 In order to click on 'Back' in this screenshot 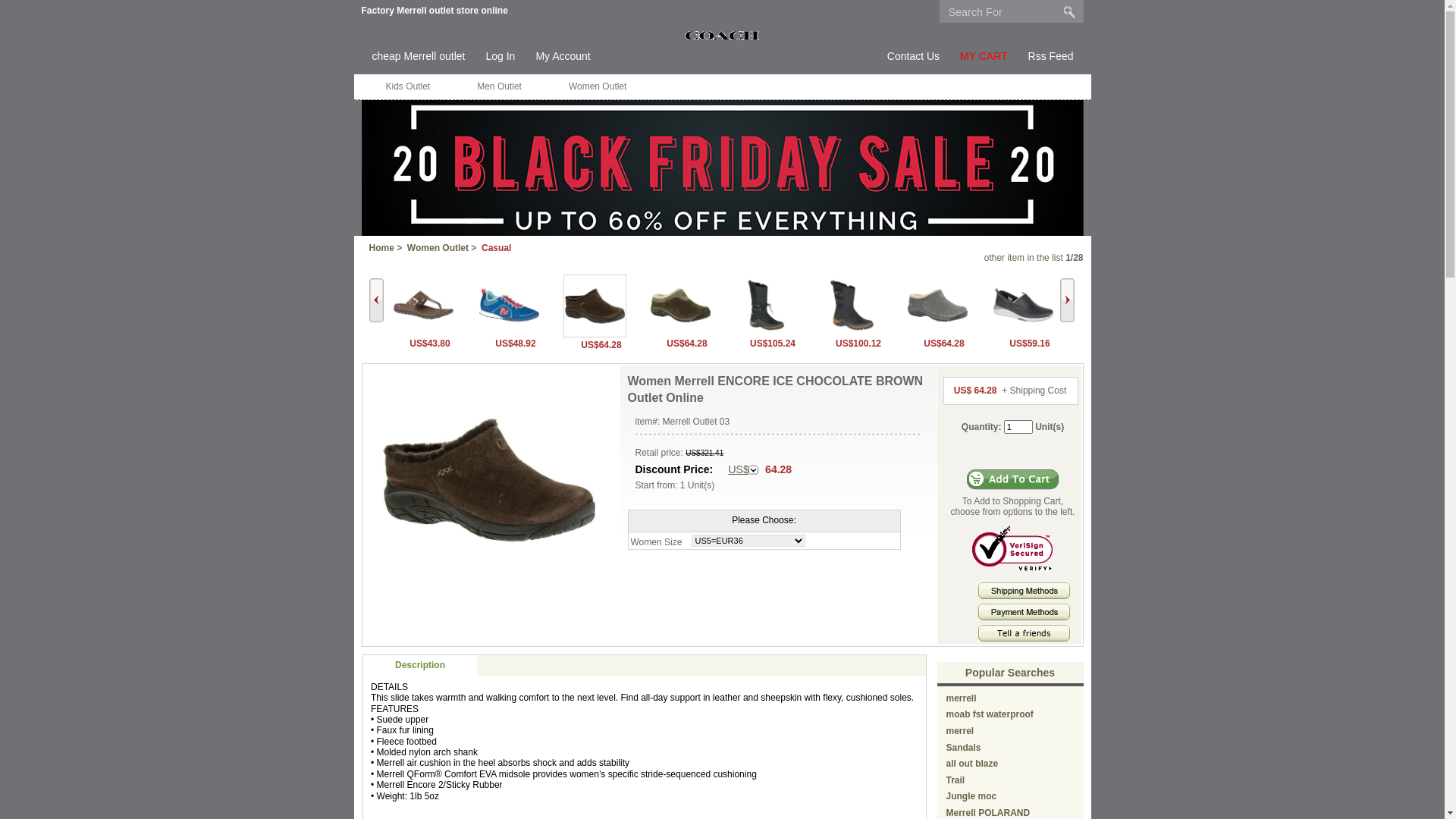, I will do `click(375, 300)`.